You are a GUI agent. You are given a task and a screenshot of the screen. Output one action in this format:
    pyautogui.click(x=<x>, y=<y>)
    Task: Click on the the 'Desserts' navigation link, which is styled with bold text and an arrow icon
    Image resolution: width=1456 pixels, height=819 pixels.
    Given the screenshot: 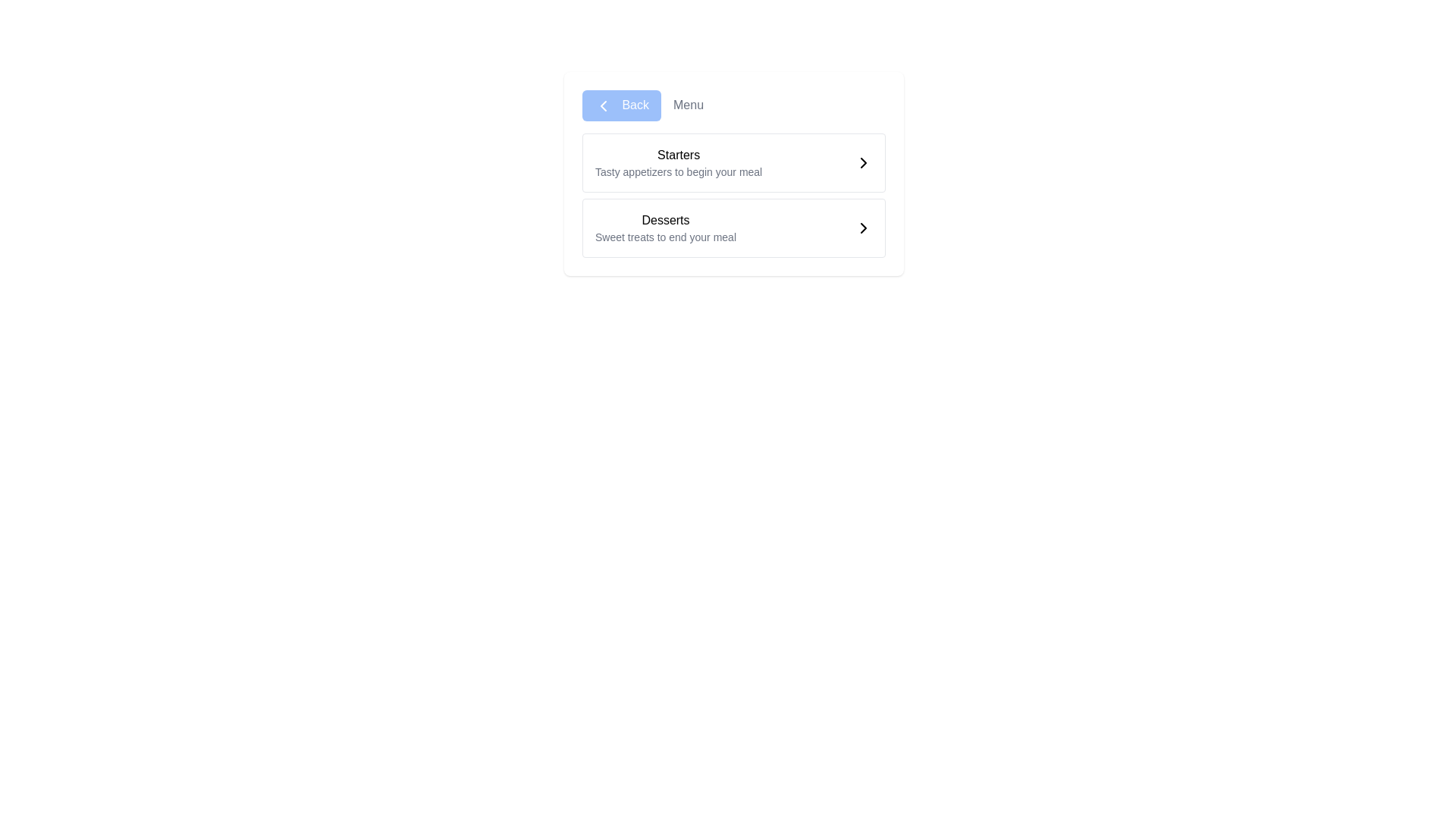 What is the action you would take?
    pyautogui.click(x=734, y=227)
    